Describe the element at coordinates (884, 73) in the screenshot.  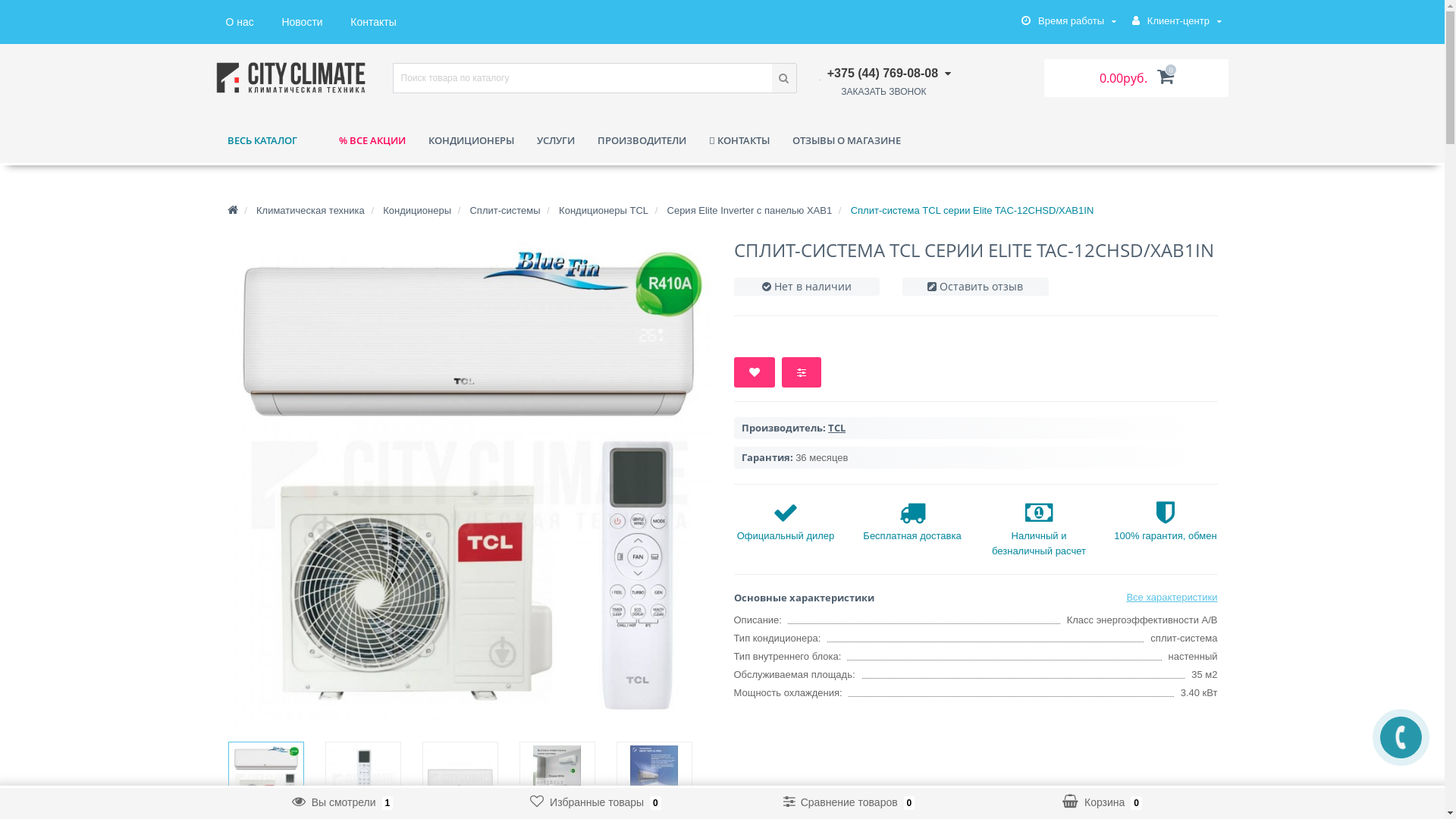
I see `'+375 (44) 769-08-08'` at that location.